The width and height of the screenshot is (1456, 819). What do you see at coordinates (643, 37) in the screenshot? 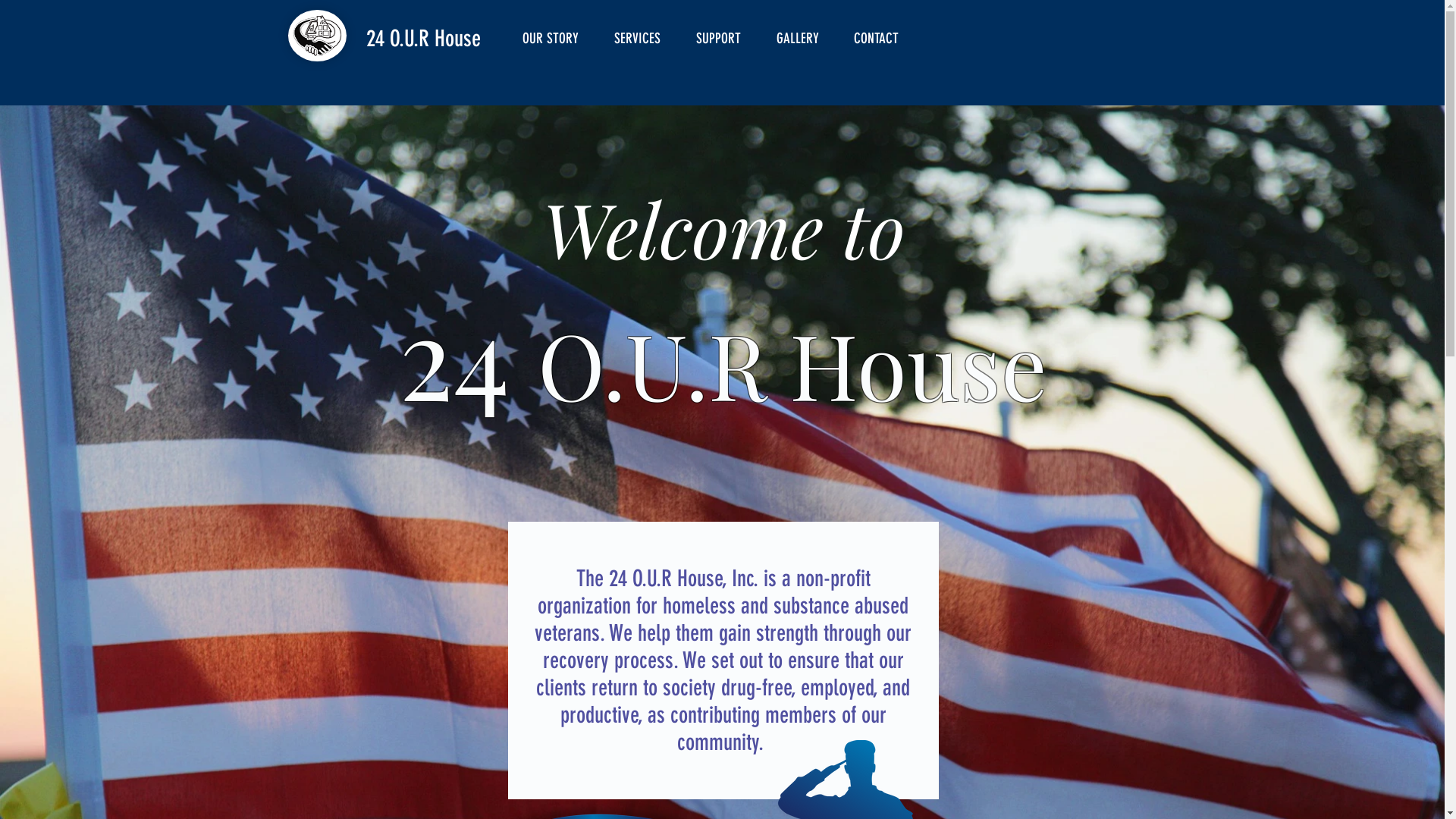
I see `'SERVICES'` at bounding box center [643, 37].